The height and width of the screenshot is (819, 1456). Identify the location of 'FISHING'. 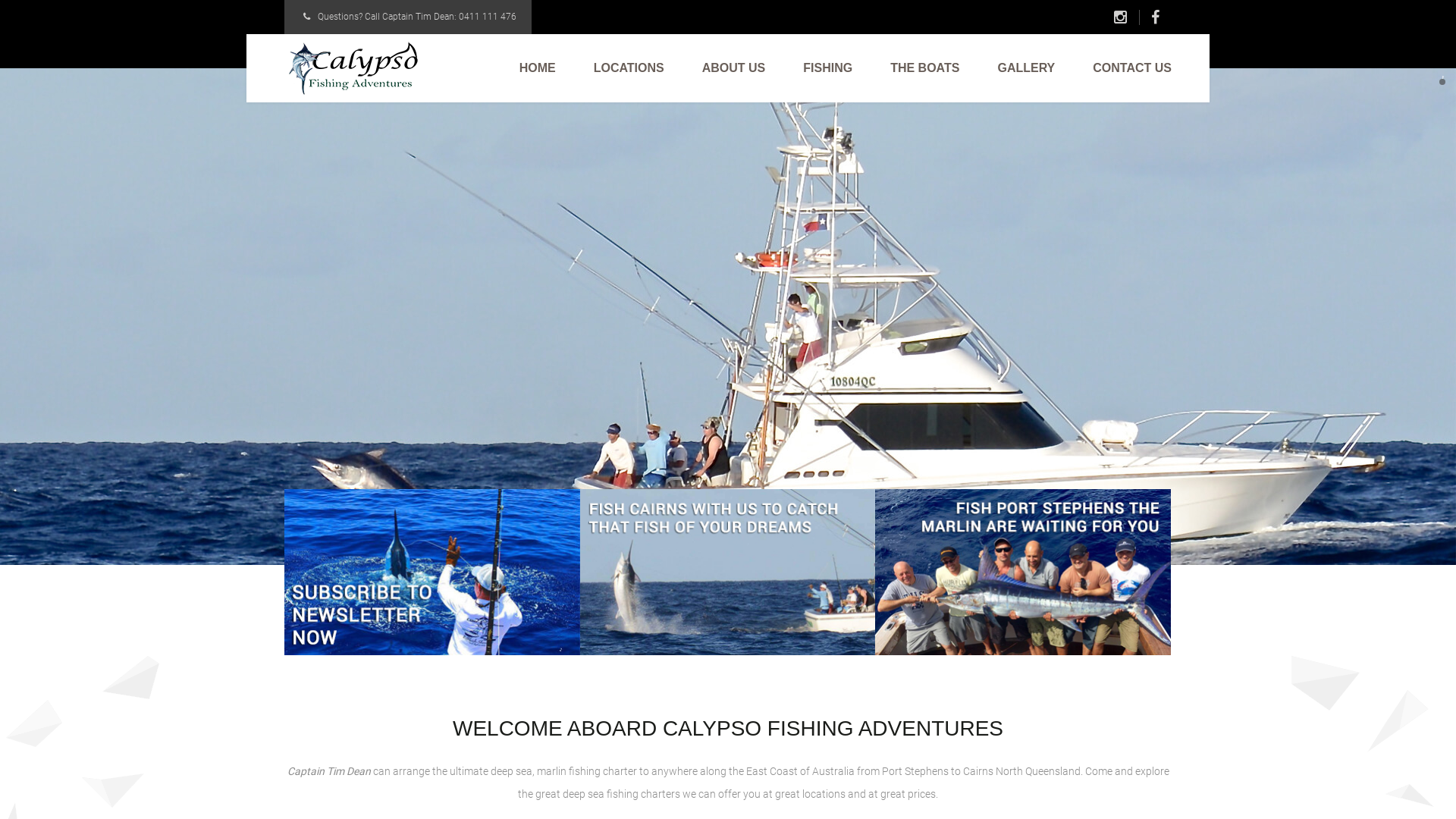
(827, 67).